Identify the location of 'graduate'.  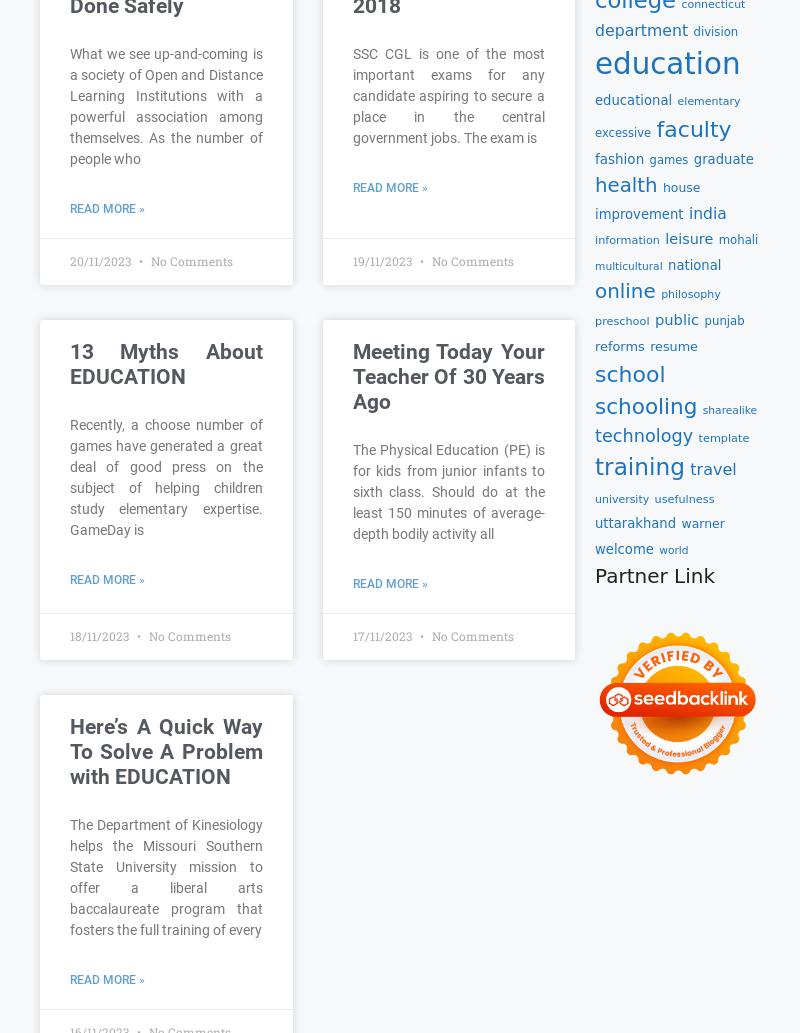
(722, 158).